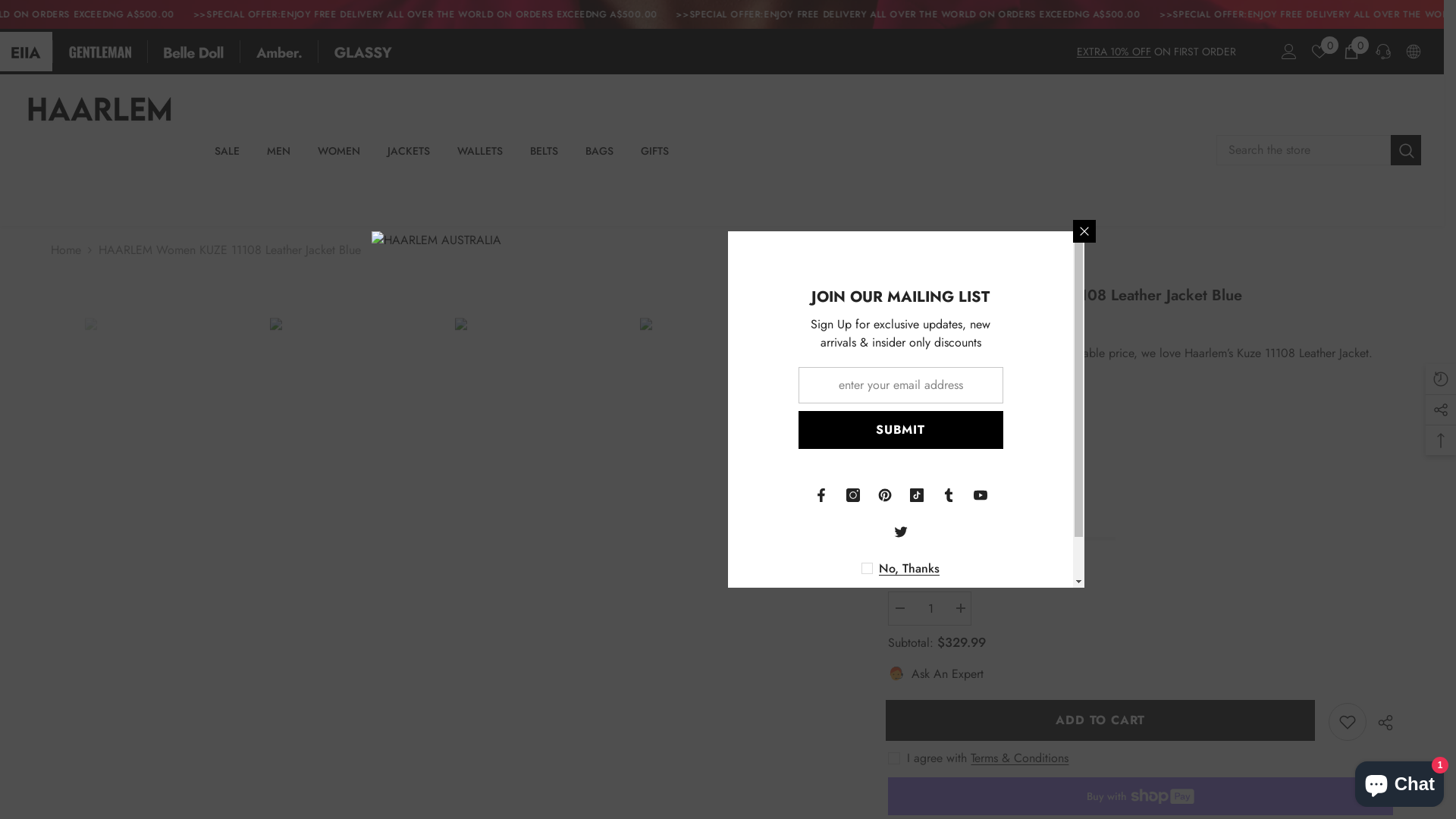 This screenshot has height=819, width=1456. What do you see at coordinates (640, 444) in the screenshot?
I see `'HAARLEM Women KUZE 11108 Leather Jacket Blue'` at bounding box center [640, 444].